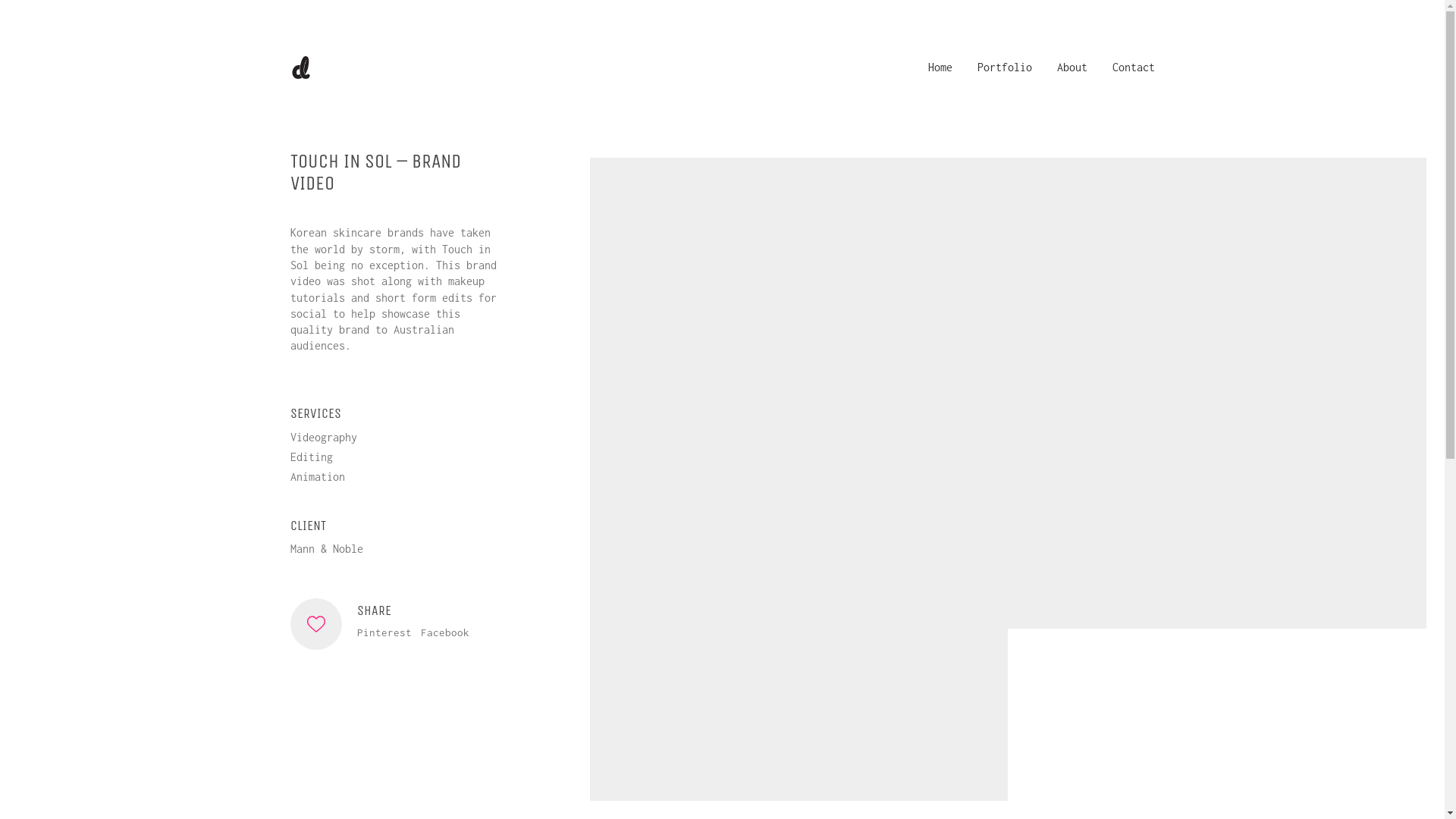 This screenshot has width=1456, height=819. I want to click on 'Contact', so click(1111, 66).